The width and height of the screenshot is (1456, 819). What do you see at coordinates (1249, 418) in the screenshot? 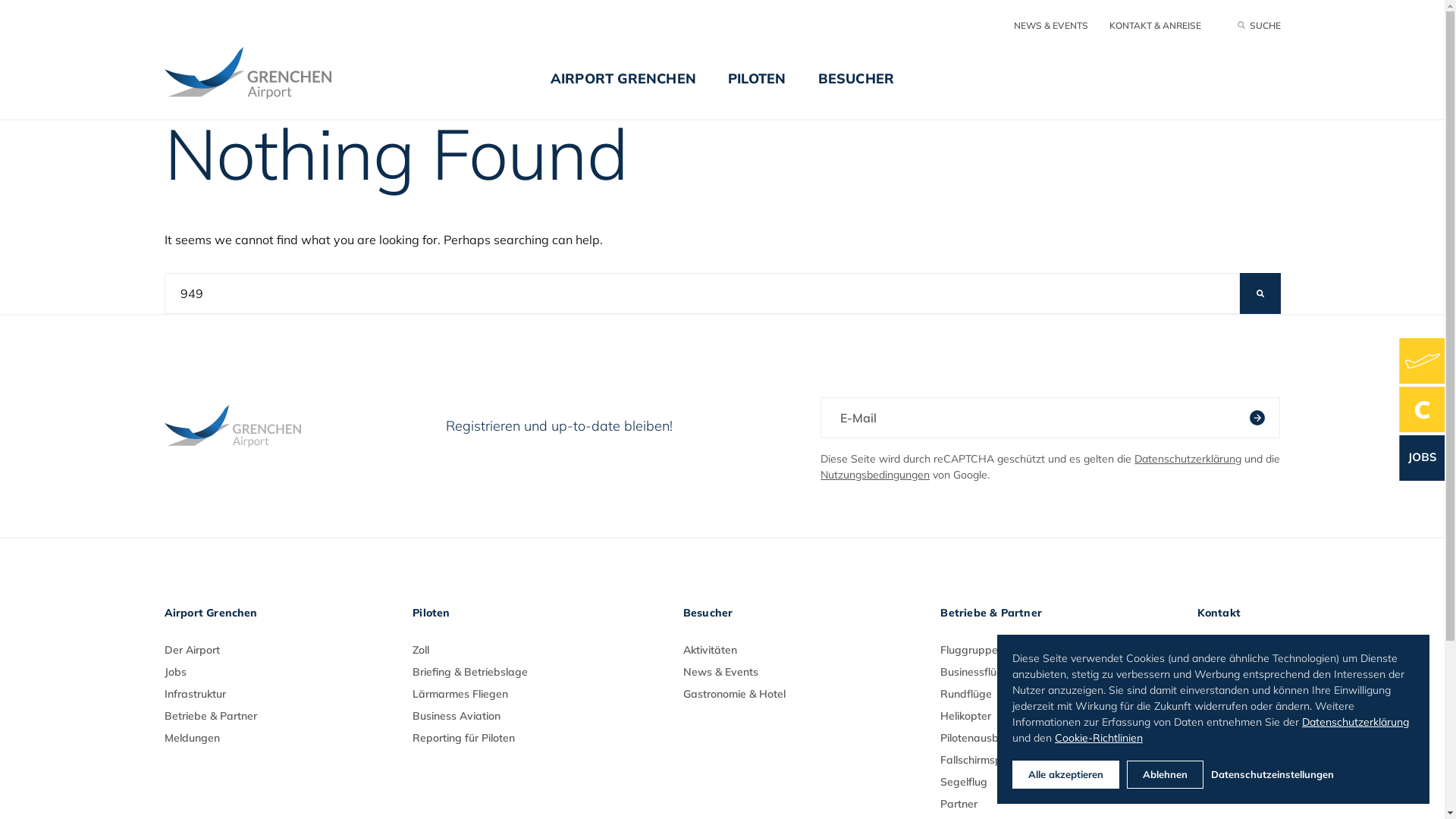
I see `'Send'` at bounding box center [1249, 418].